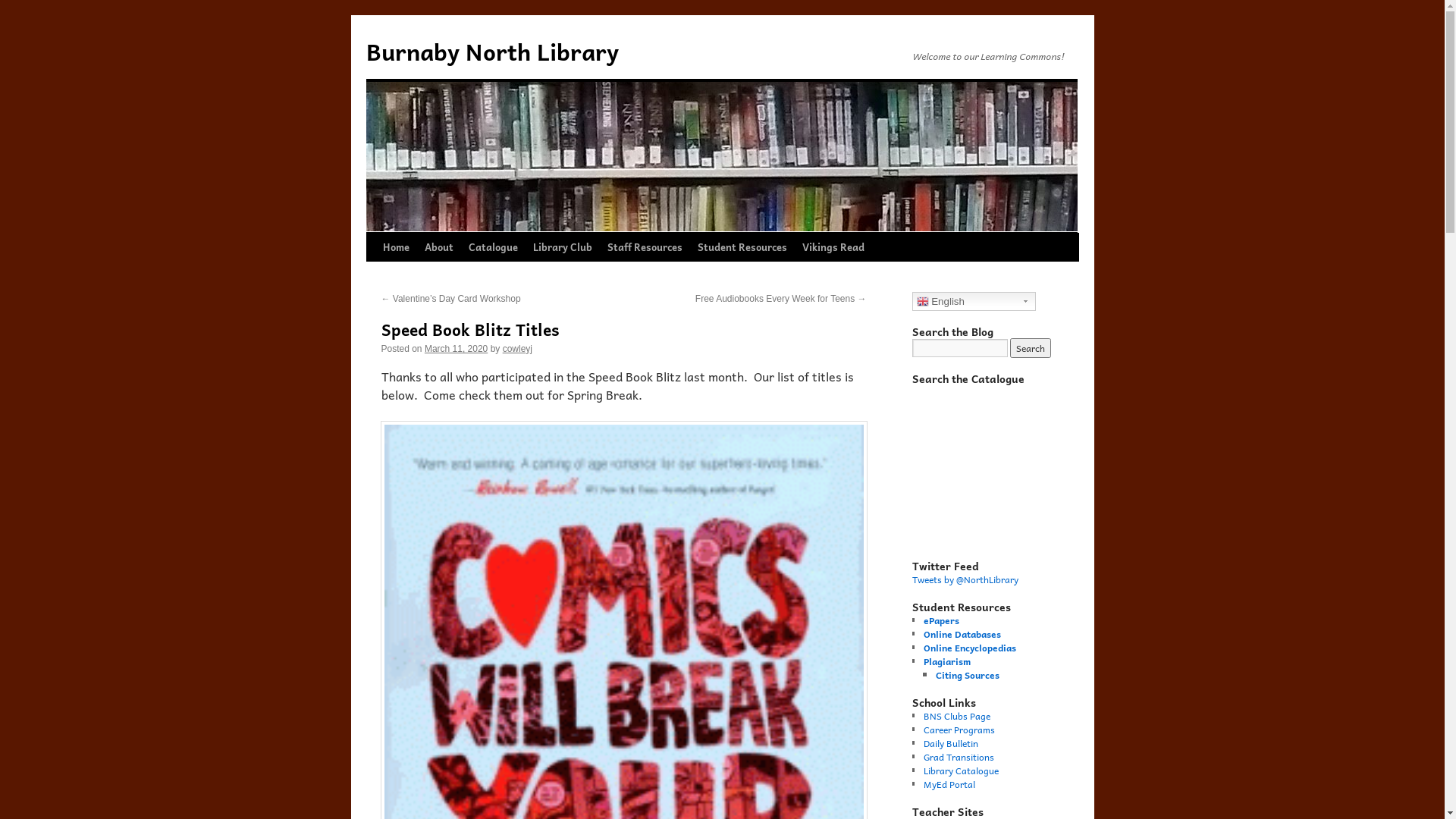  I want to click on 'March 11, 2020', so click(425, 348).